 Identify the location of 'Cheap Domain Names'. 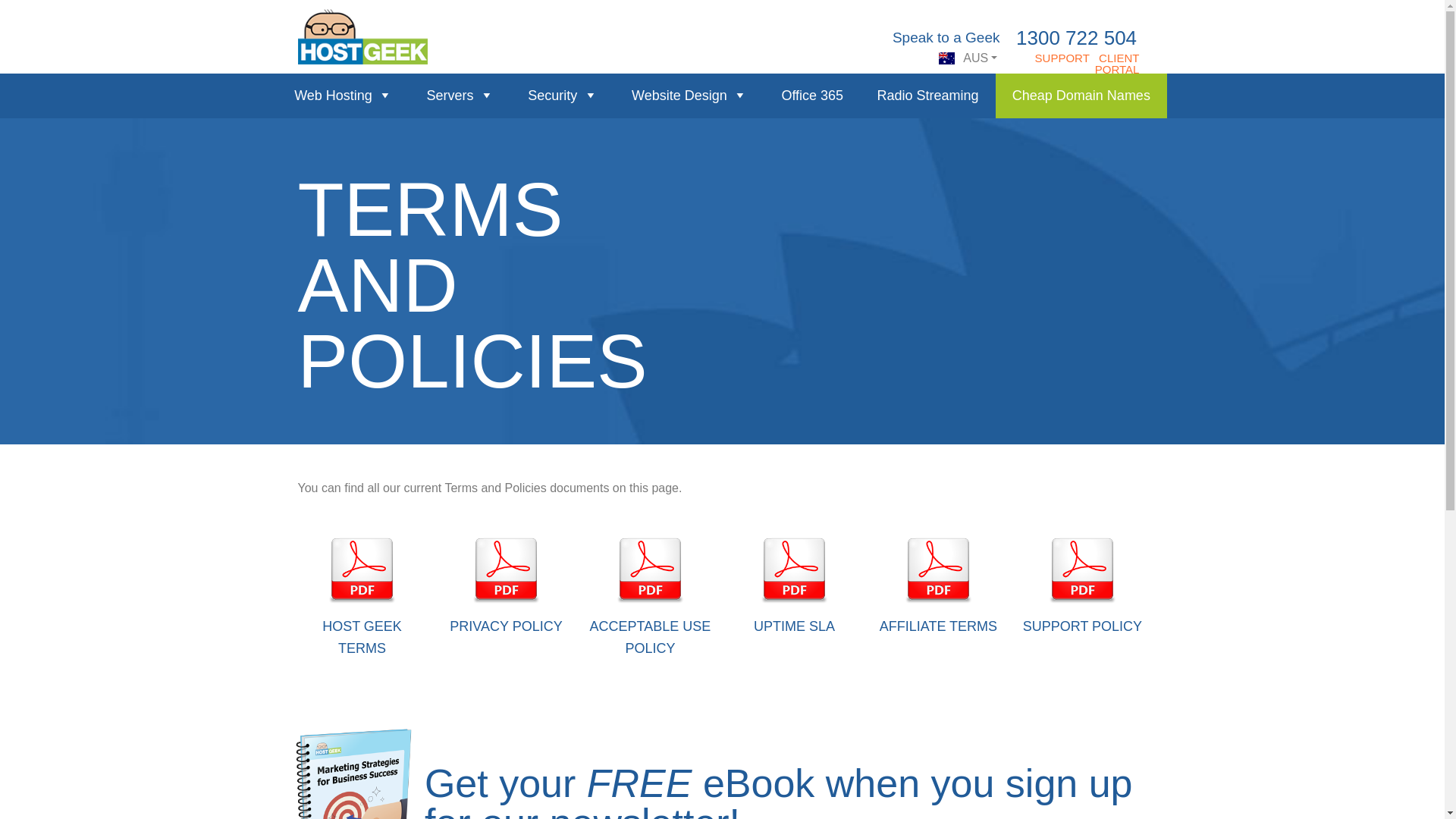
(1080, 96).